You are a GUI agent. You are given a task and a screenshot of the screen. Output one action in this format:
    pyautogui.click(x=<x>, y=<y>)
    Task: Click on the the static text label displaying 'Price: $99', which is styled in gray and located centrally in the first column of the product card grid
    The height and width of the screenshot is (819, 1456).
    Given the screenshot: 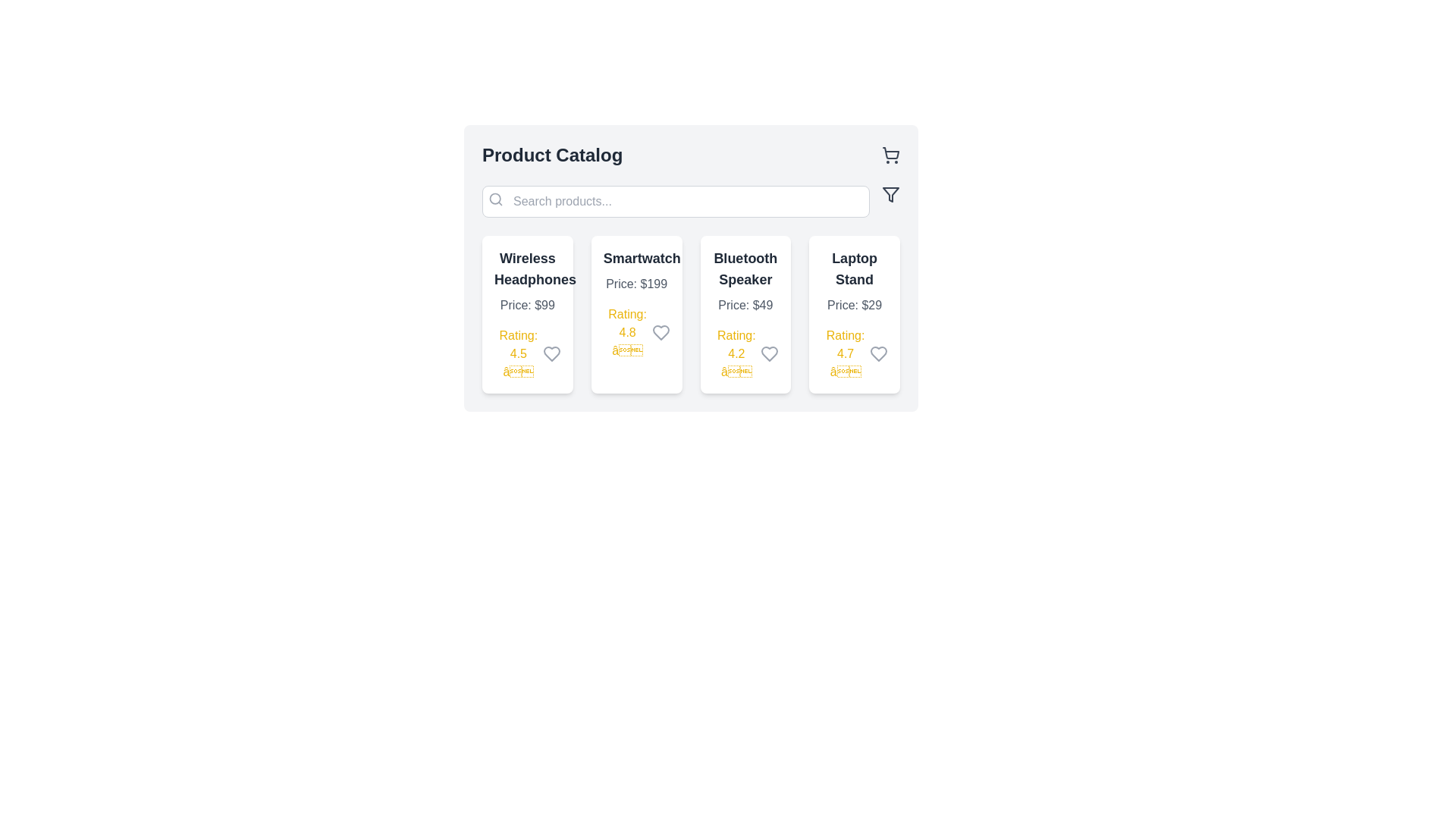 What is the action you would take?
    pyautogui.click(x=527, y=305)
    